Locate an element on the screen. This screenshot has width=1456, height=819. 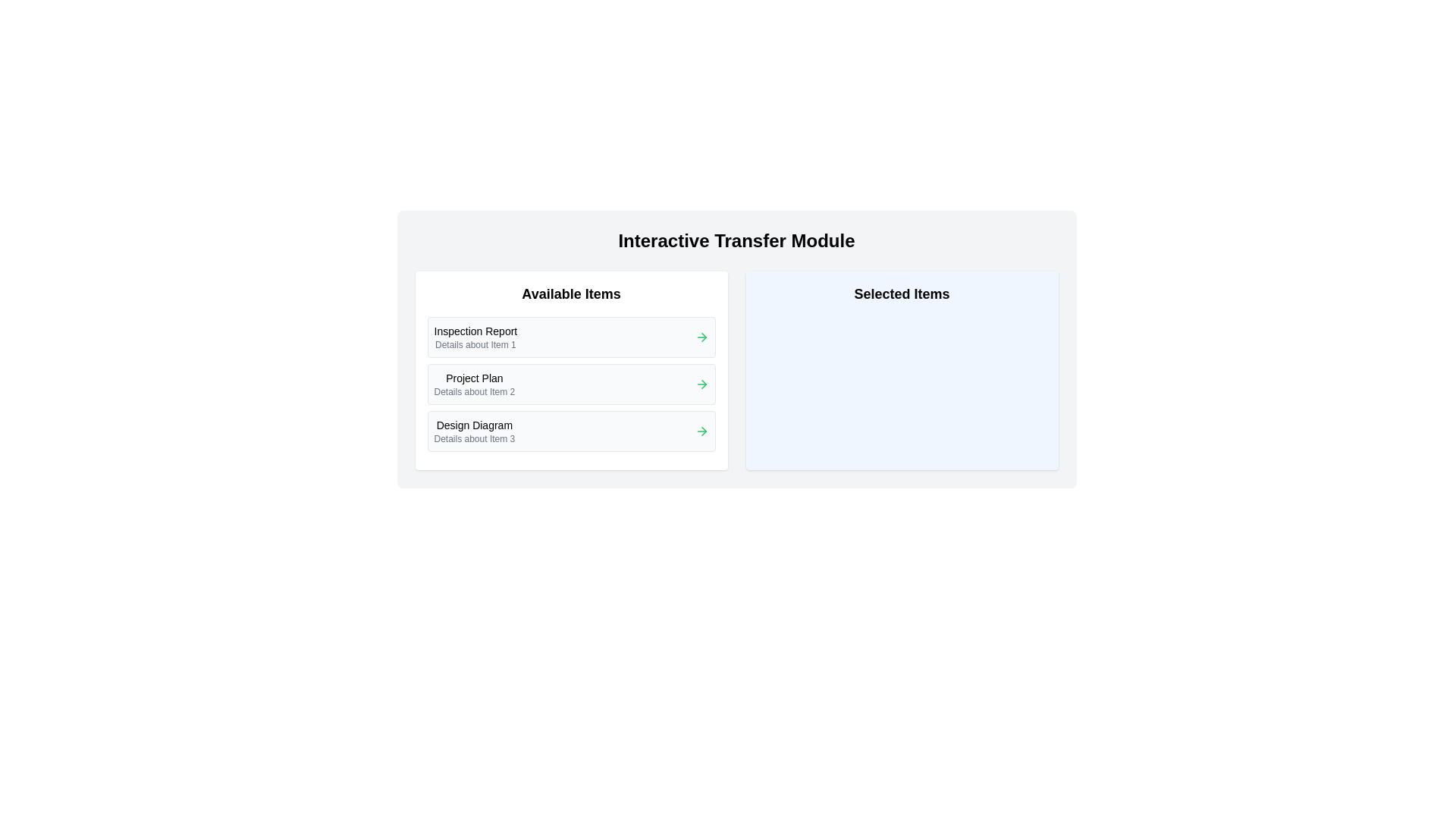
the Text label that provides additional details about the 'Project Plan' item located in the 'Available Items' section beneath the heading 'Interactive Transfer Module' is located at coordinates (473, 391).